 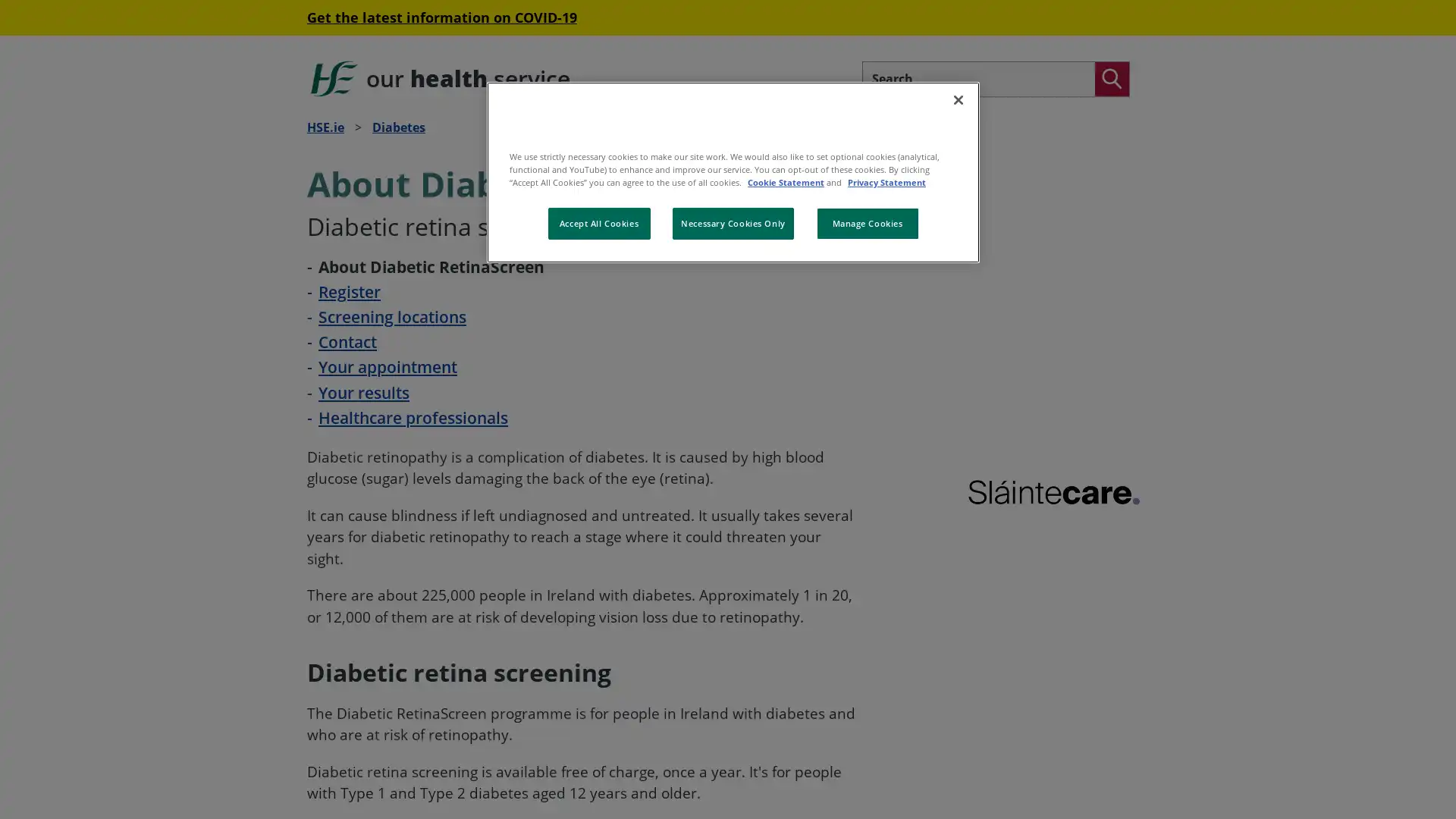 What do you see at coordinates (1112, 78) in the screenshot?
I see `Search` at bounding box center [1112, 78].